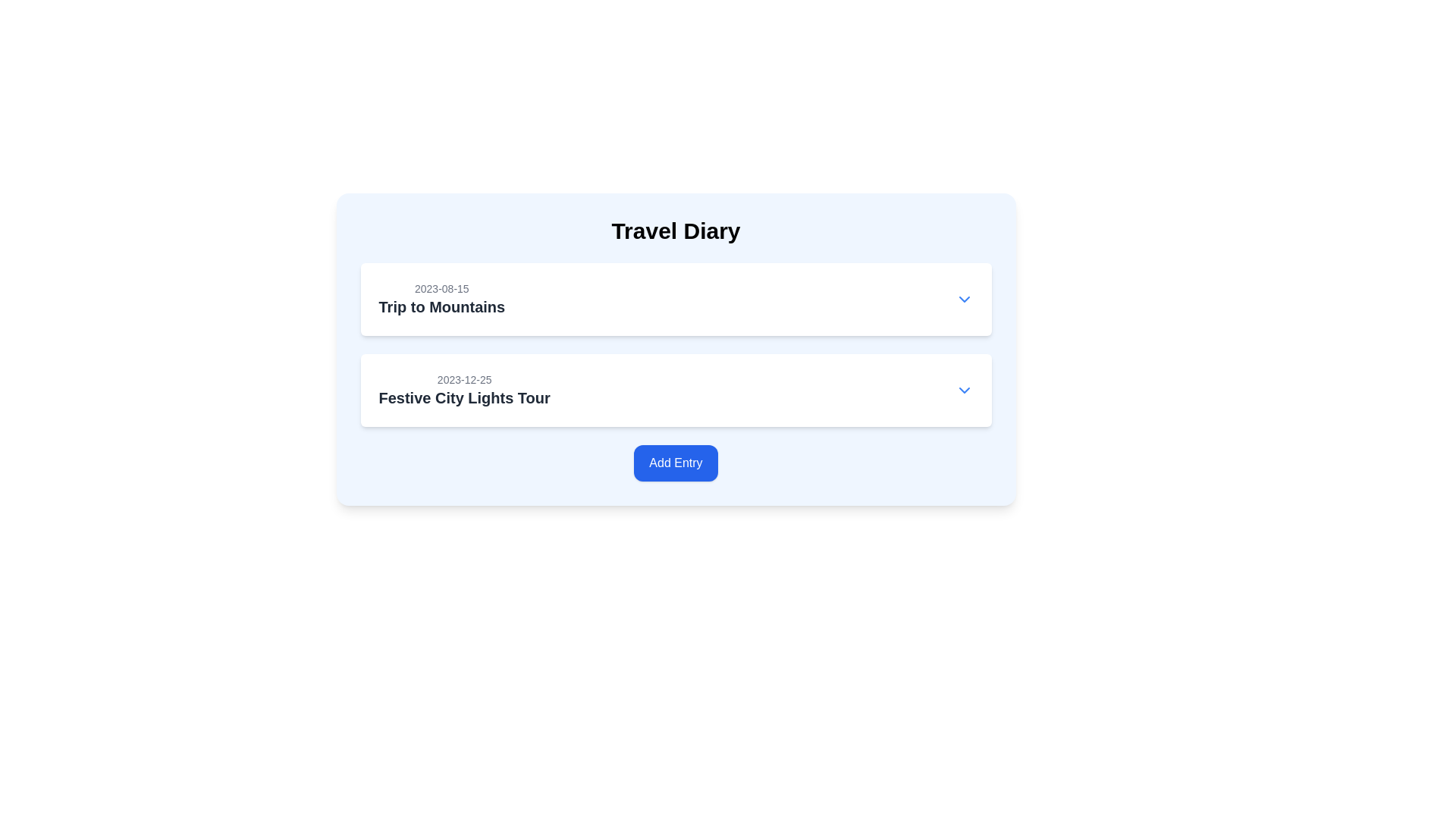 The image size is (1456, 819). I want to click on the bold text label displaying 'Festive City Lights Tour', which is prominently located below the date '2023-12-25' in the travel diary events list, so click(463, 397).